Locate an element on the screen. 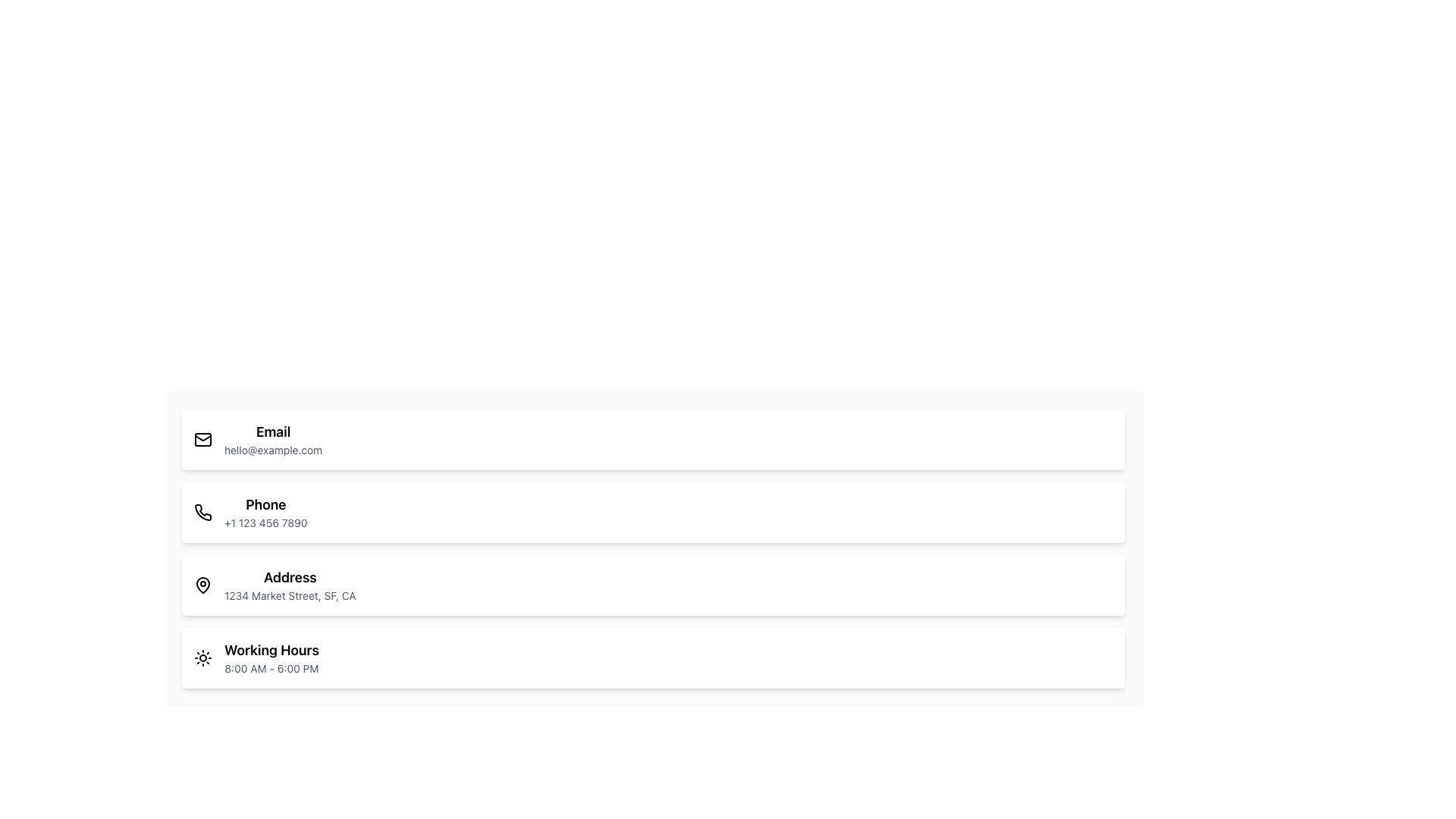  the Static Text displaying the contact email address, located beneath the 'Email' label is located at coordinates (273, 450).